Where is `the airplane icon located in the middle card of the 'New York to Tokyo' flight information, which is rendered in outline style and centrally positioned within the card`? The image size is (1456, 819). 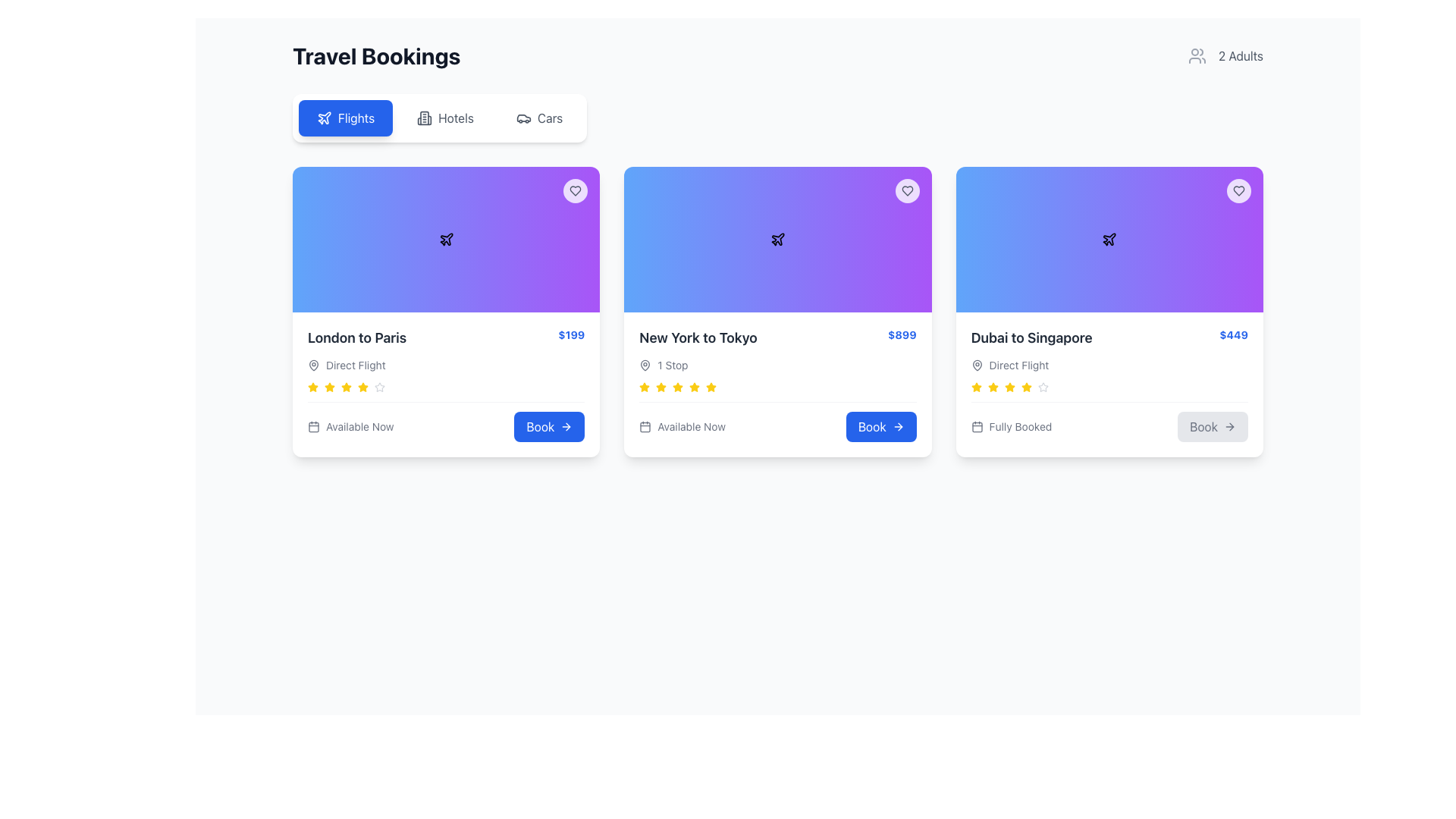
the airplane icon located in the middle card of the 'New York to Tokyo' flight information, which is rendered in outline style and centrally positioned within the card is located at coordinates (778, 239).